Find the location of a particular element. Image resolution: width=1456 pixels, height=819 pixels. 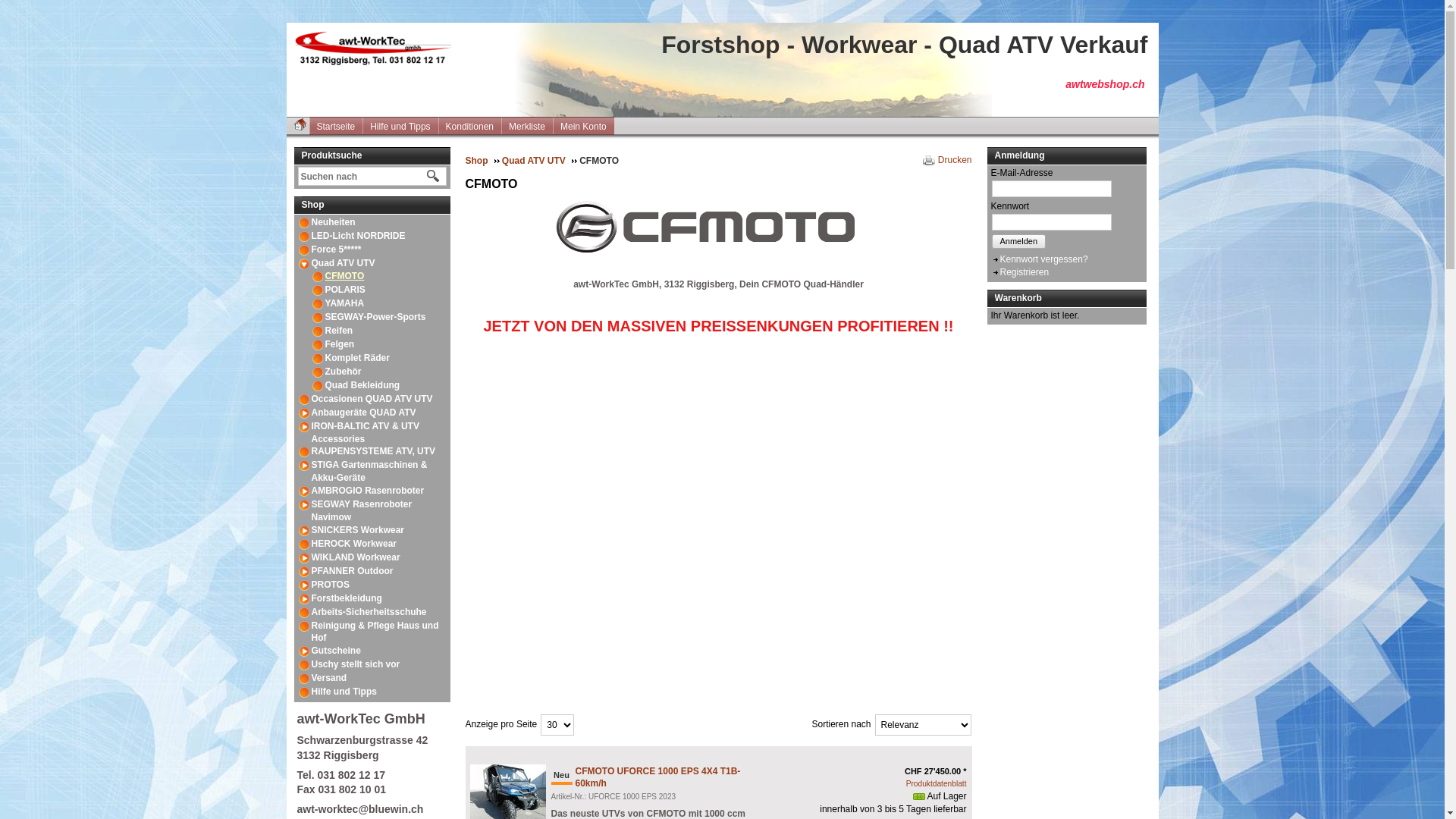

'CFMOTO UFORCE 1000 EPS 4X4 T1B-60km/h' is located at coordinates (657, 777).